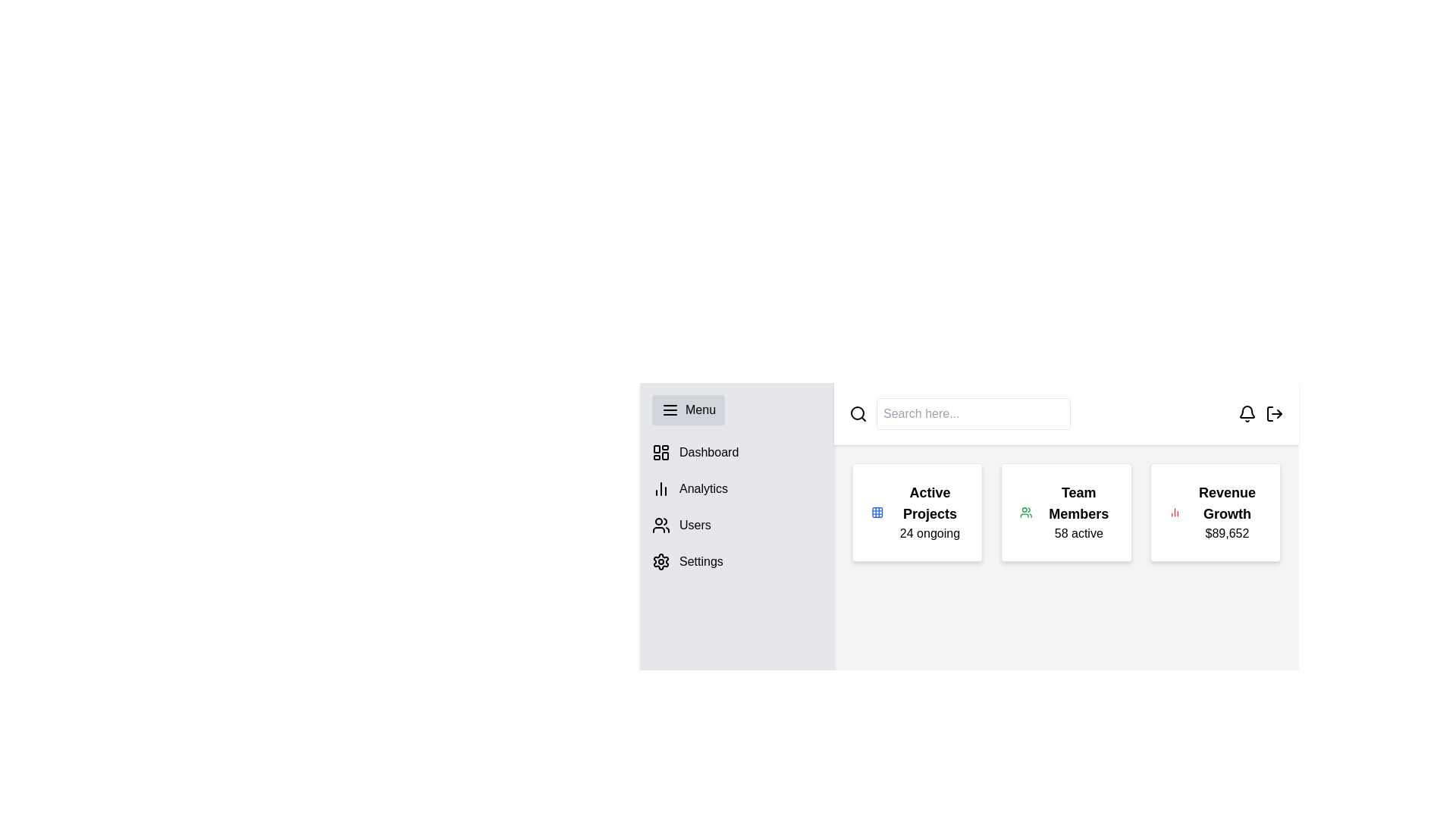  What do you see at coordinates (1078, 512) in the screenshot?
I see `the Text Display Block that summarizes active team members, which is located on the second card in a row of cards between 'Active Projects' and 'Revenue Growth'` at bounding box center [1078, 512].